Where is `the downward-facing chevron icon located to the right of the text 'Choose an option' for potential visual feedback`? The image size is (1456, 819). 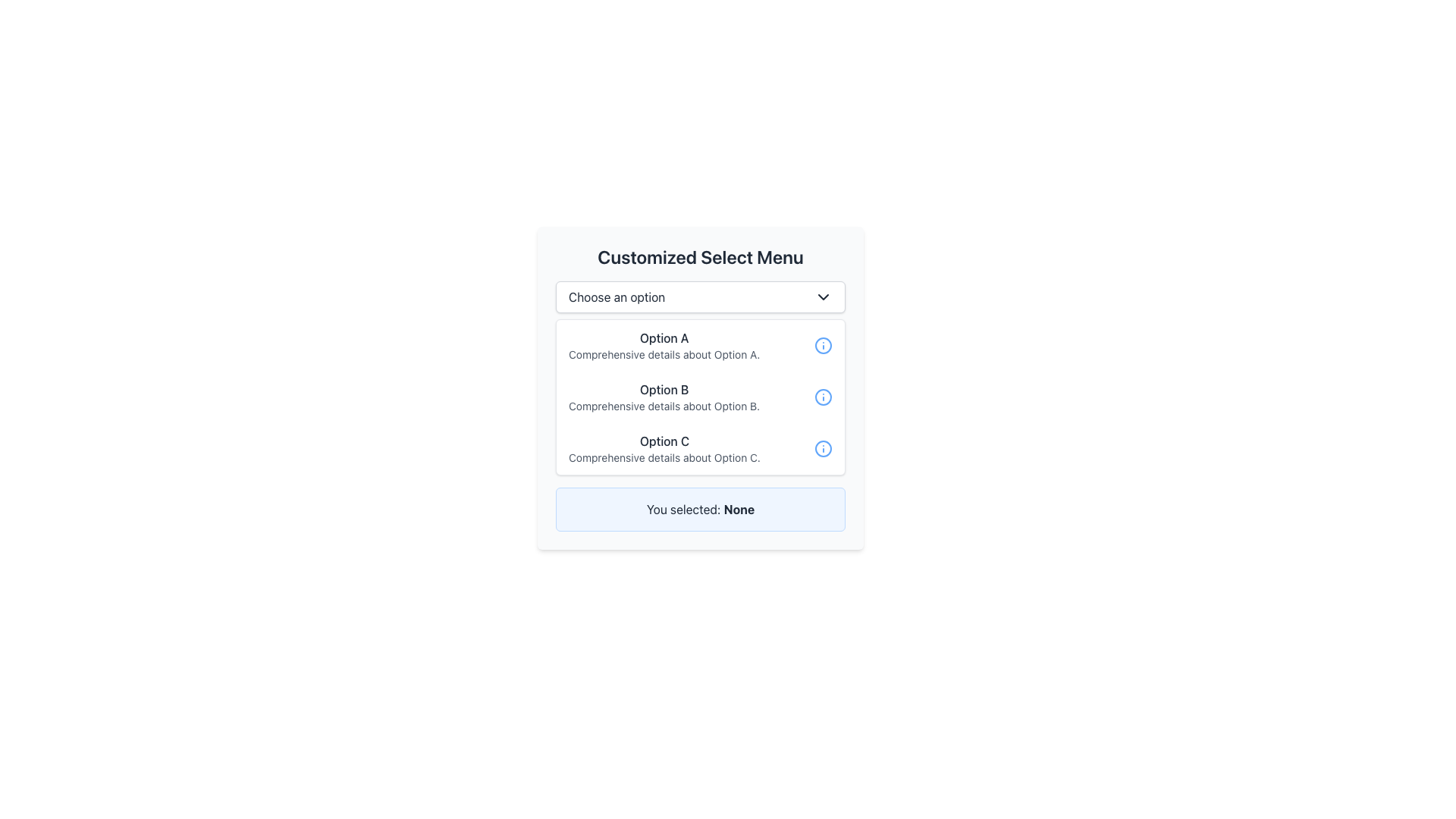
the downward-facing chevron icon located to the right of the text 'Choose an option' for potential visual feedback is located at coordinates (822, 297).